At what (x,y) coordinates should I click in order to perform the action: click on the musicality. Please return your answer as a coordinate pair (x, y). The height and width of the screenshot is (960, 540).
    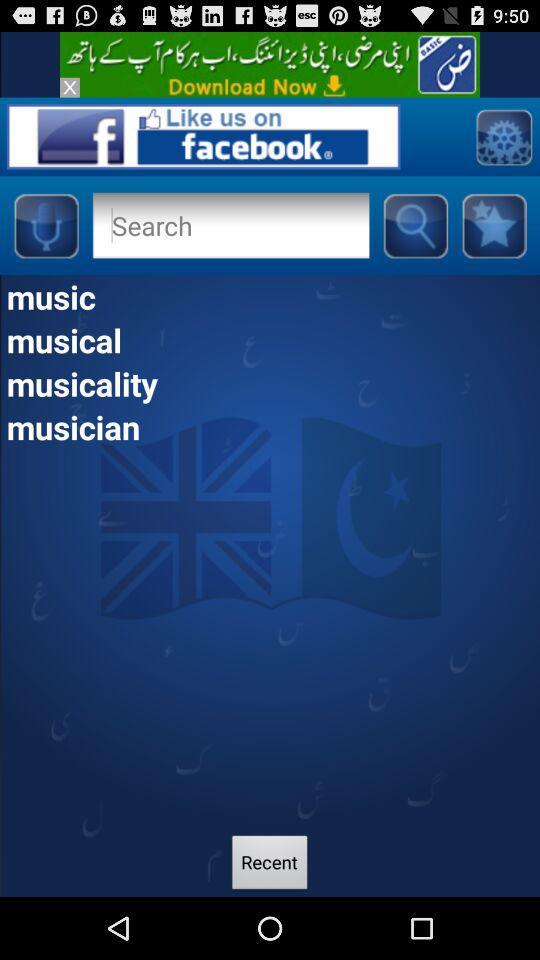
    Looking at the image, I should click on (270, 382).